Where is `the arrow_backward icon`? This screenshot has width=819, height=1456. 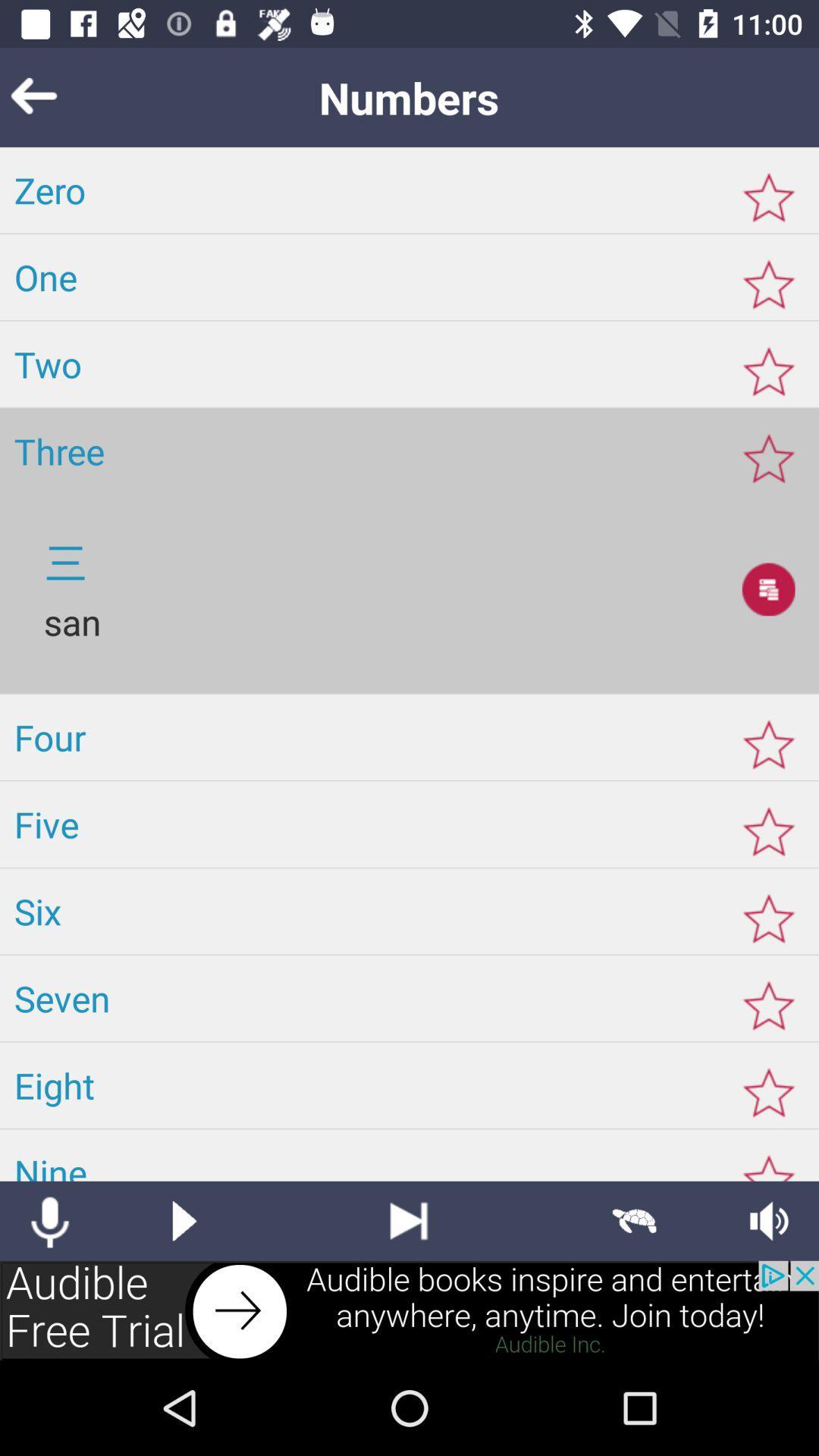
the arrow_backward icon is located at coordinates (56, 96).